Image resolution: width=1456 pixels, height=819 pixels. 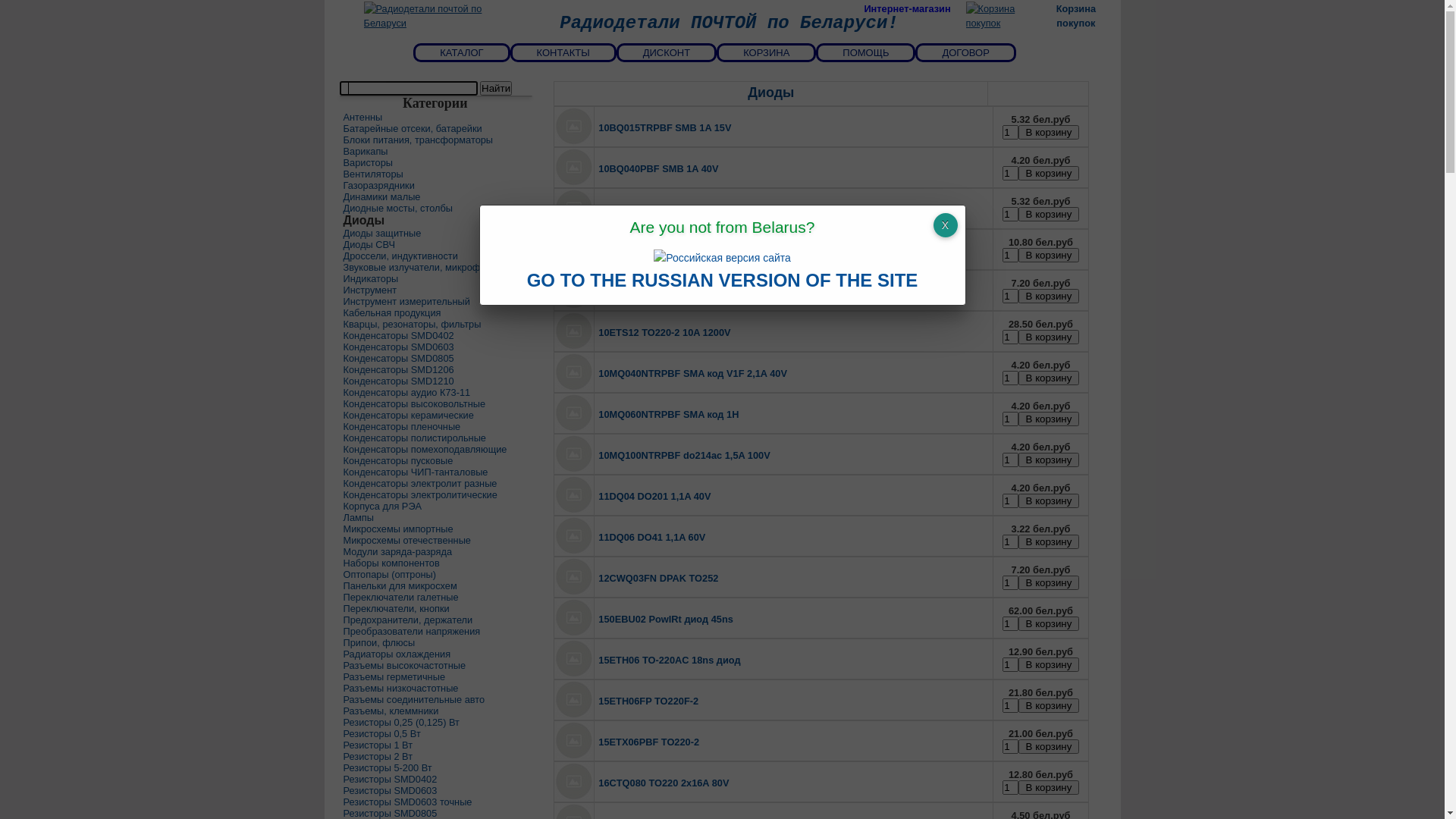 I want to click on 'Close', so click(x=931, y=225).